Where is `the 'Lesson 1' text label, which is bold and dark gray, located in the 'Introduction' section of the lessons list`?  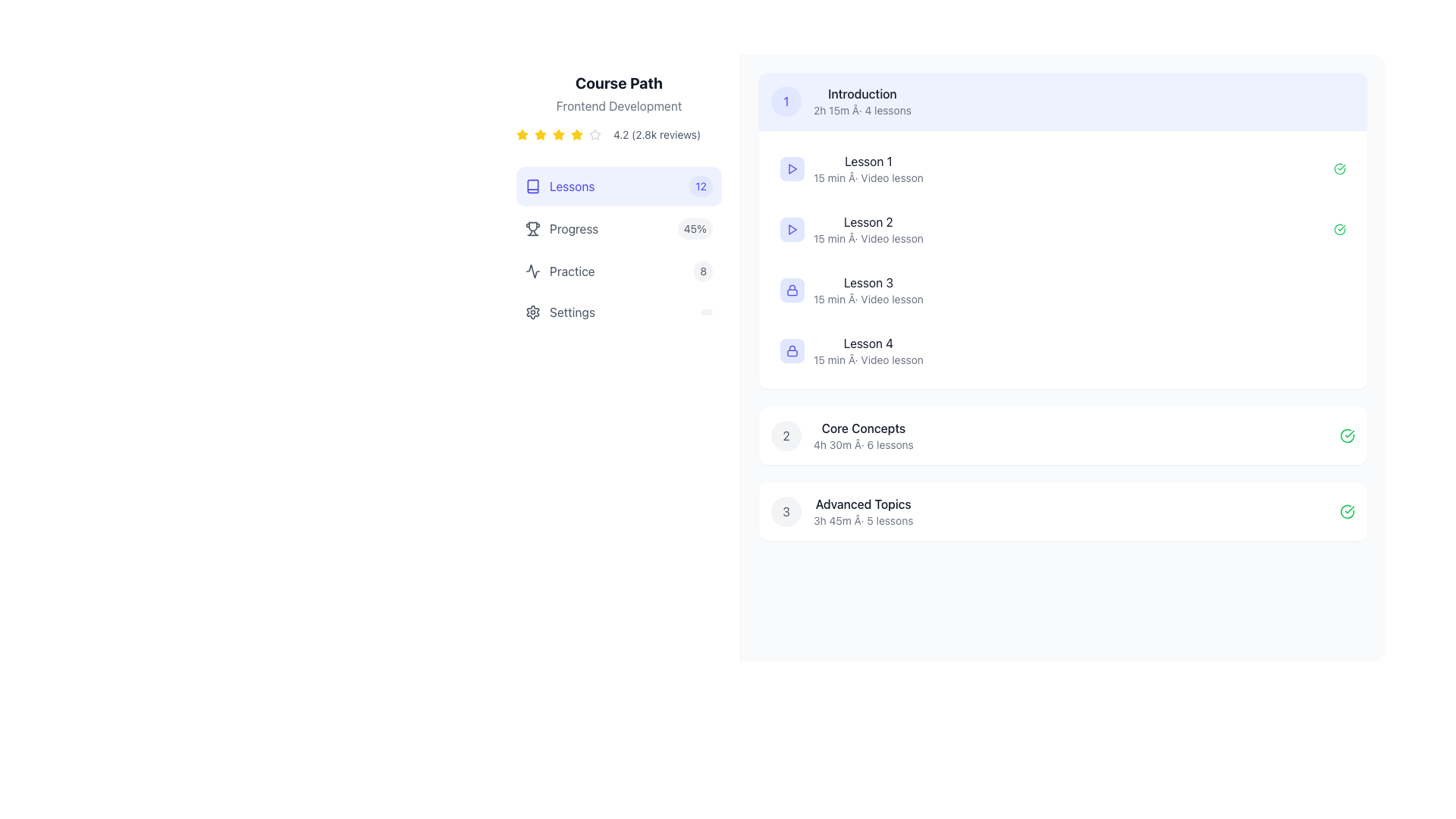
the 'Lesson 1' text label, which is bold and dark gray, located in the 'Introduction' section of the lessons list is located at coordinates (868, 161).